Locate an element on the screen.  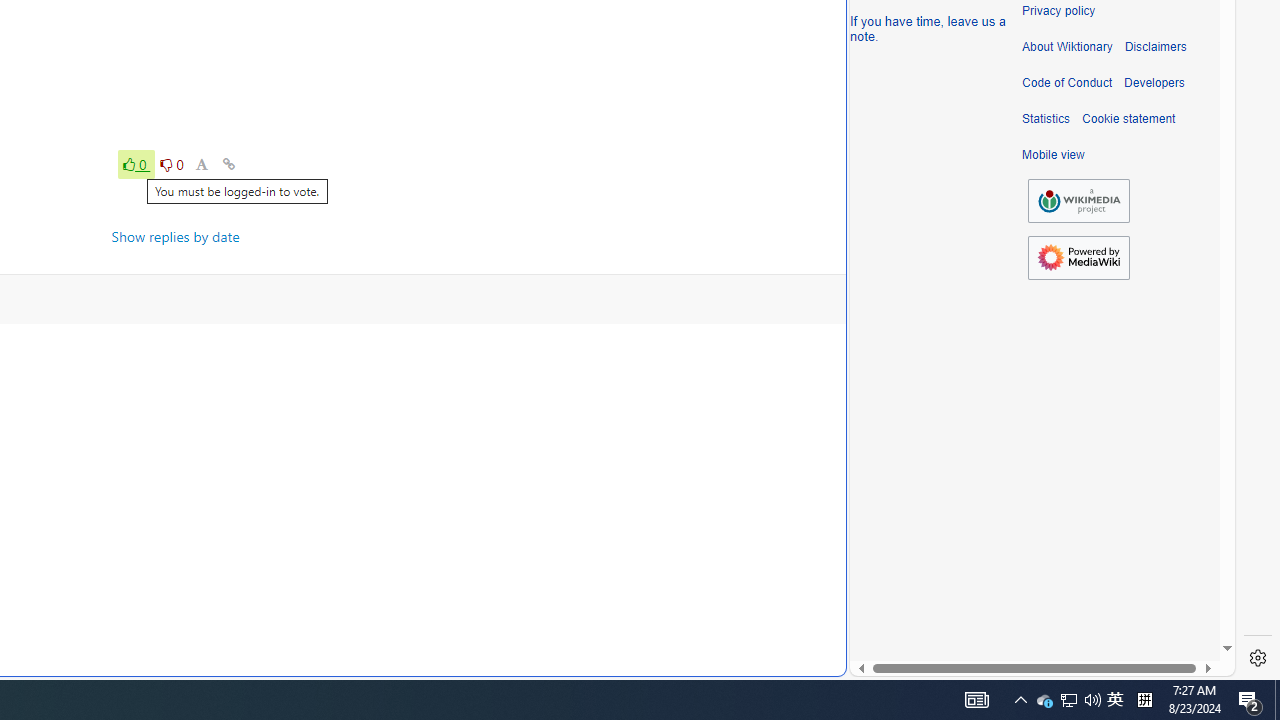
'Privacy policy' is located at coordinates (1057, 11).